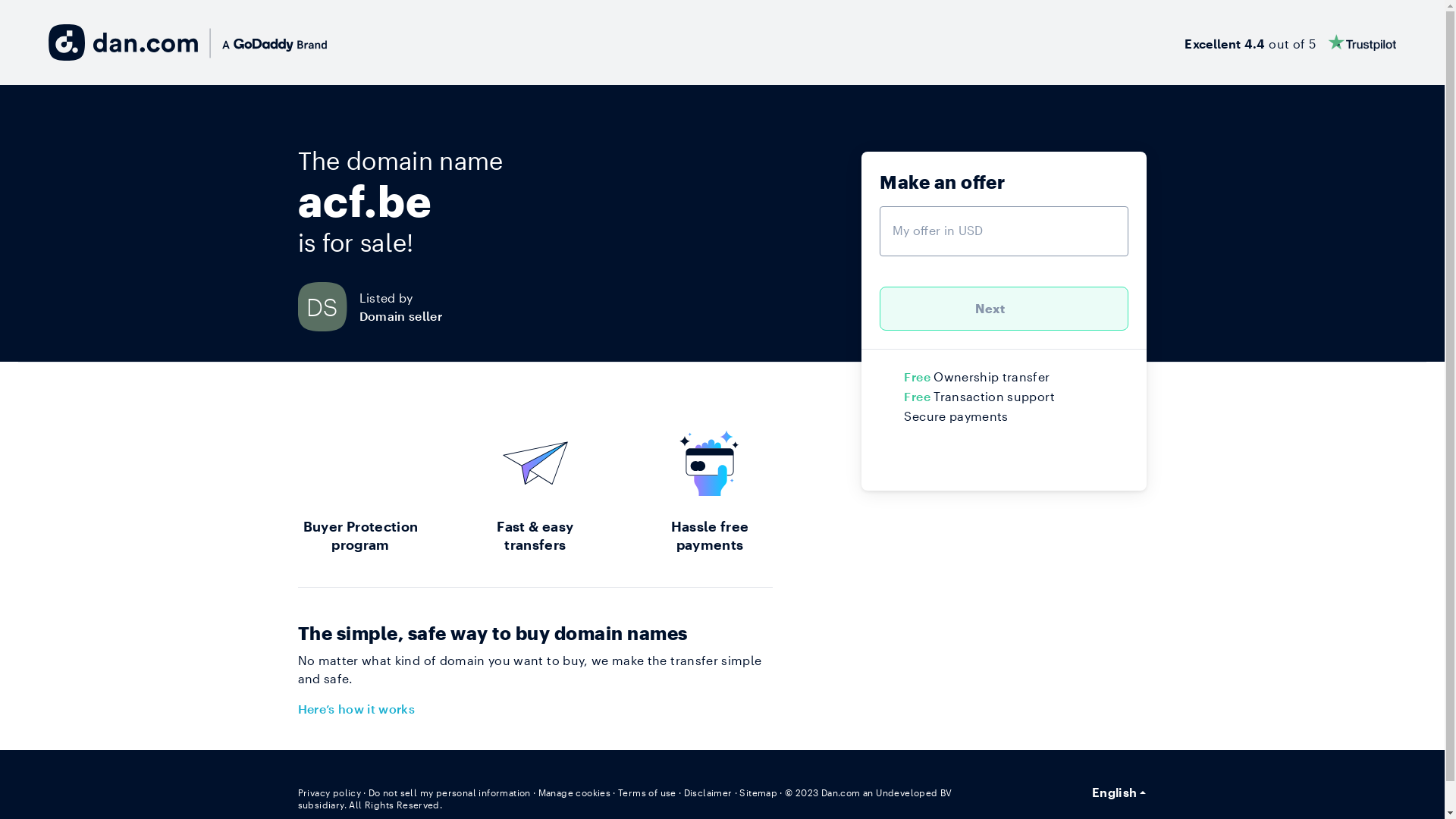  Describe the element at coordinates (739, 792) in the screenshot. I see `'Sitemap'` at that location.